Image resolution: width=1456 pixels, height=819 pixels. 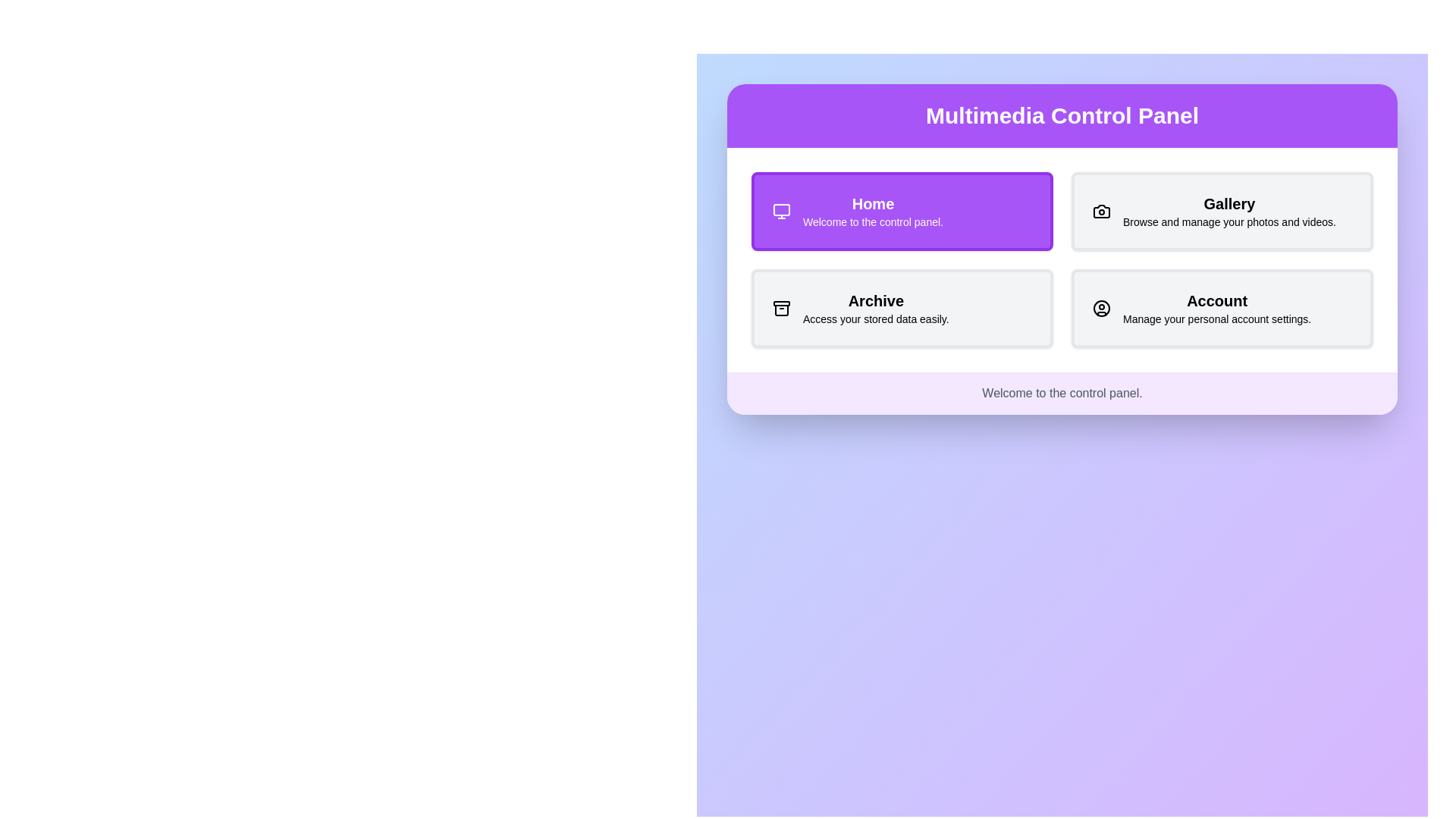 I want to click on the Archive section by clicking its button, so click(x=902, y=308).